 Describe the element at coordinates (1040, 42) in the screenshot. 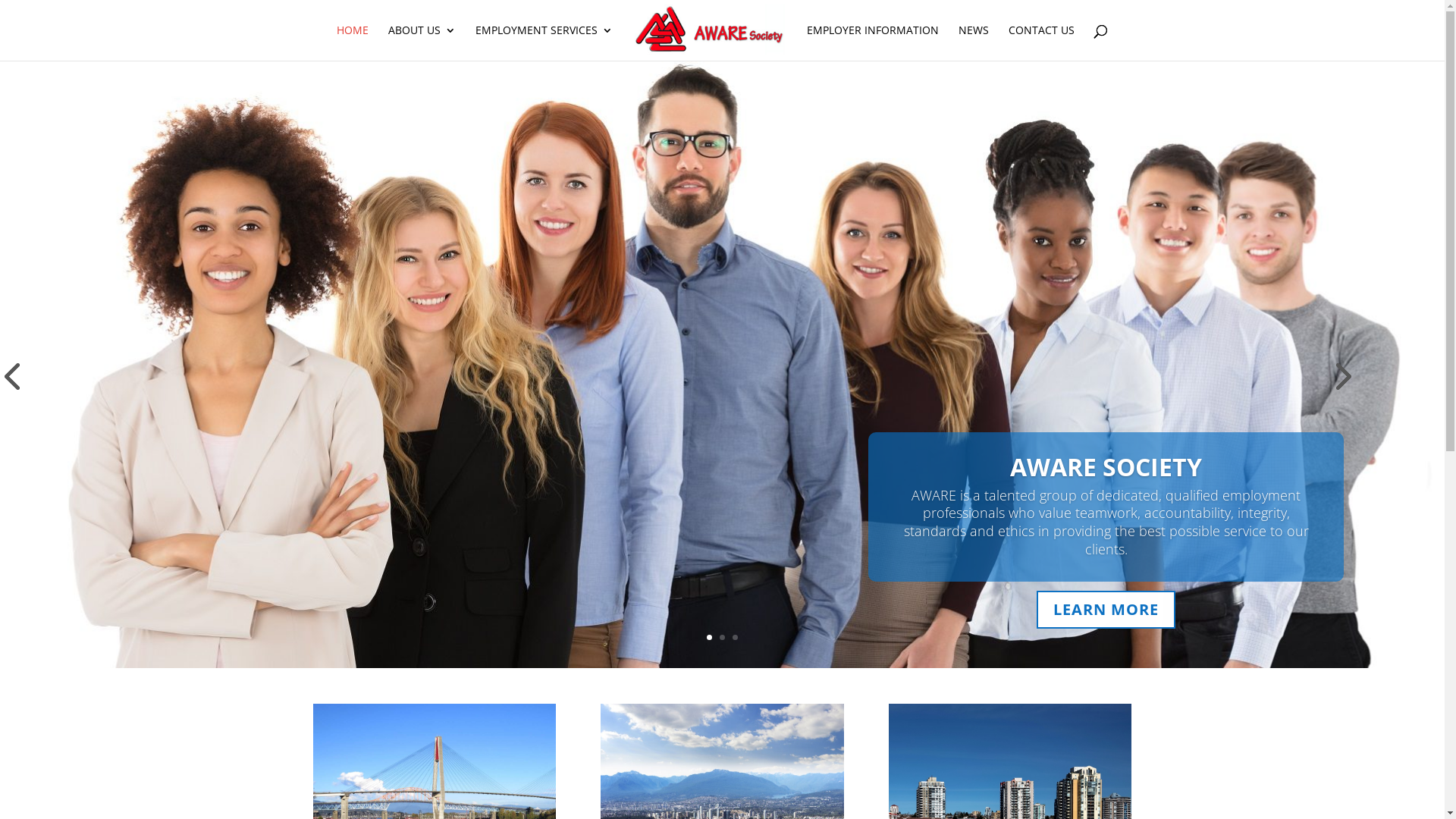

I see `'CONTACT US'` at that location.